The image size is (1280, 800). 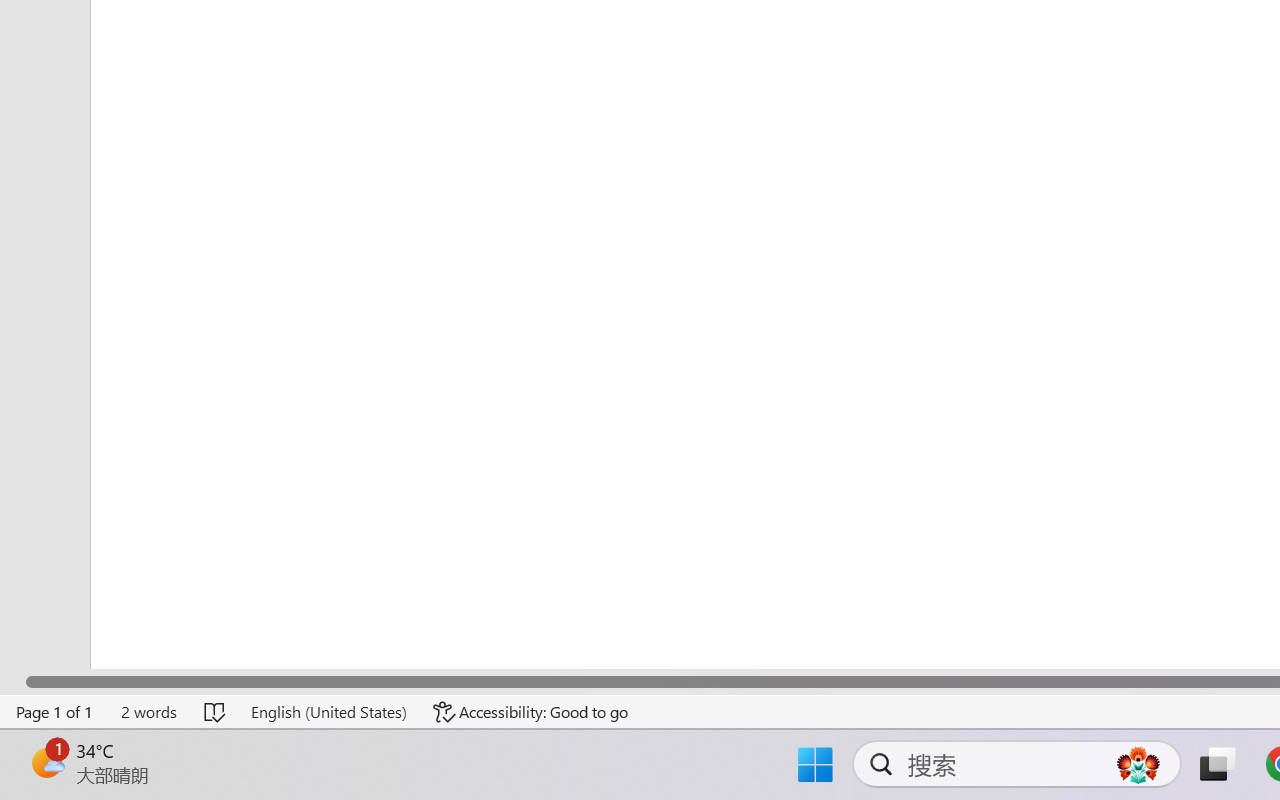 What do you see at coordinates (328, 711) in the screenshot?
I see `'Language English (United States)'` at bounding box center [328, 711].